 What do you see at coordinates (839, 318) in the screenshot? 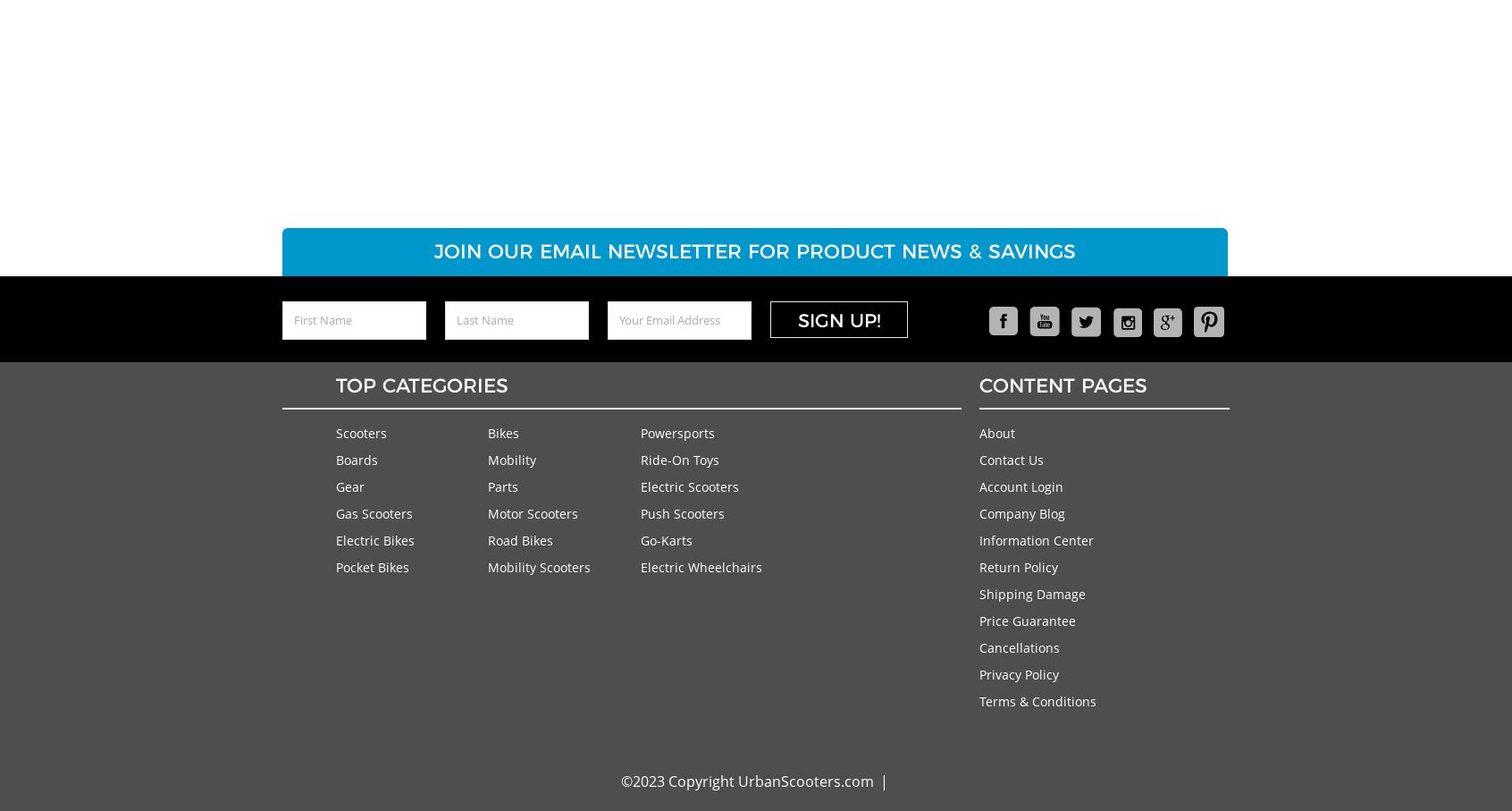
I see `'Sign Up!'` at bounding box center [839, 318].